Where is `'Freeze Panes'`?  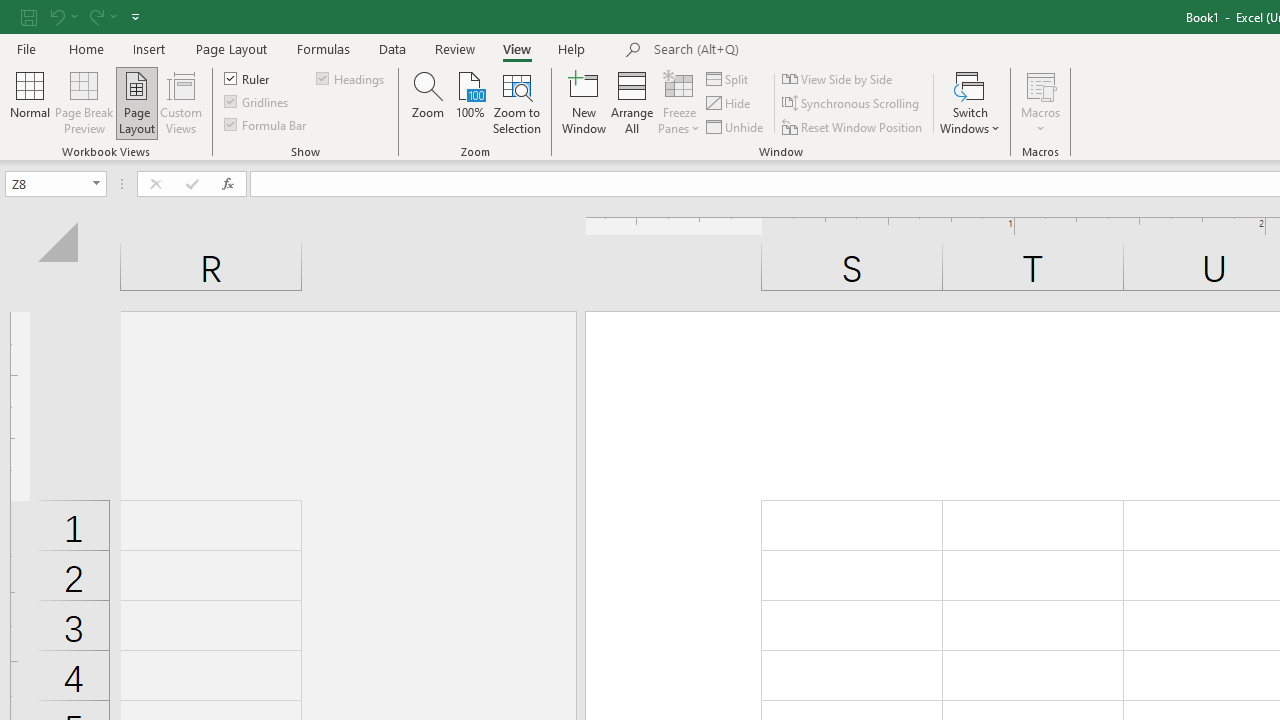
'Freeze Panes' is located at coordinates (679, 103).